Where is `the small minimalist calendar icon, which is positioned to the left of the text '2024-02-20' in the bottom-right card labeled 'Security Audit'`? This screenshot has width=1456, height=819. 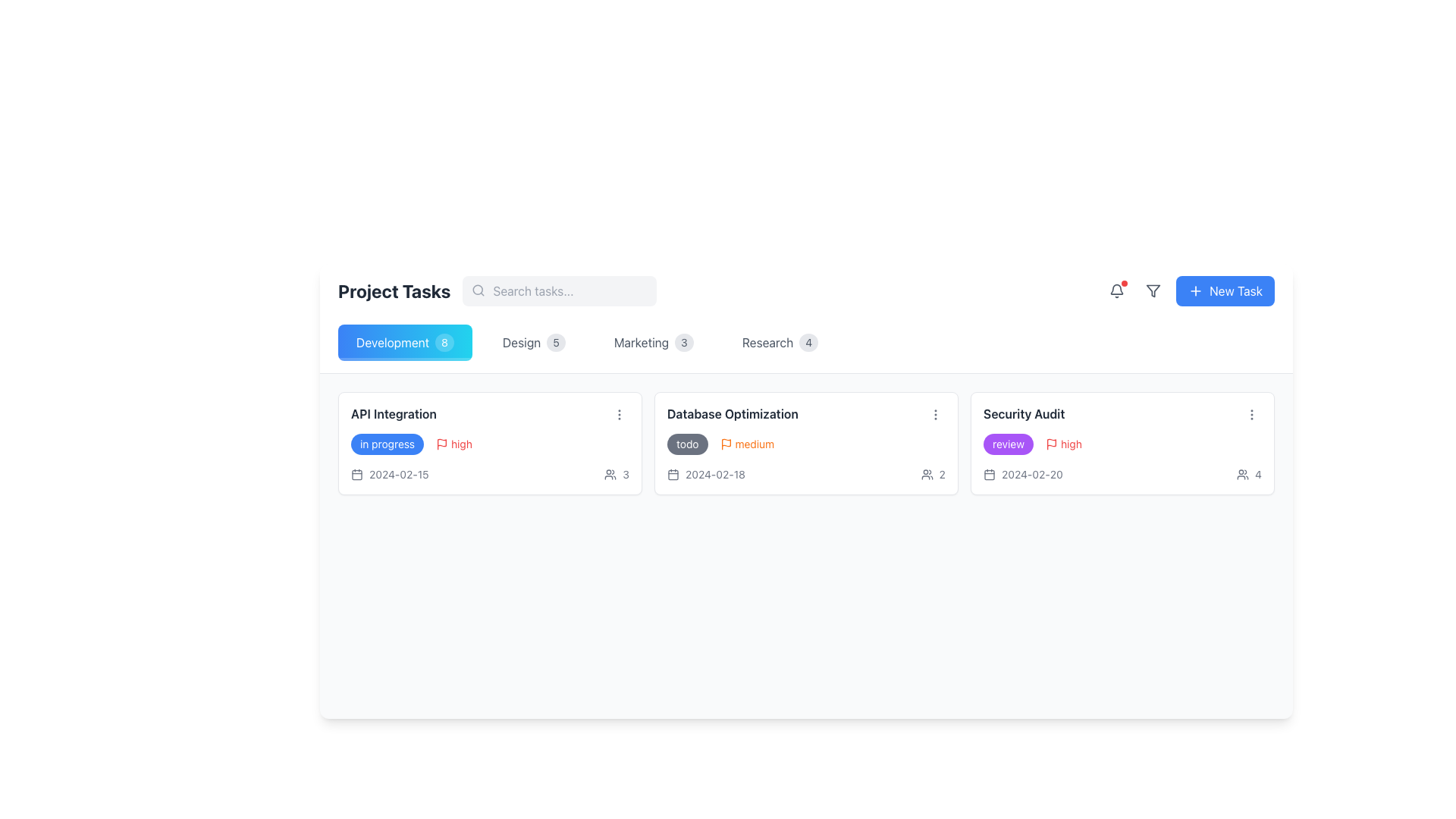
the small minimalist calendar icon, which is positioned to the left of the text '2024-02-20' in the bottom-right card labeled 'Security Audit' is located at coordinates (990, 473).